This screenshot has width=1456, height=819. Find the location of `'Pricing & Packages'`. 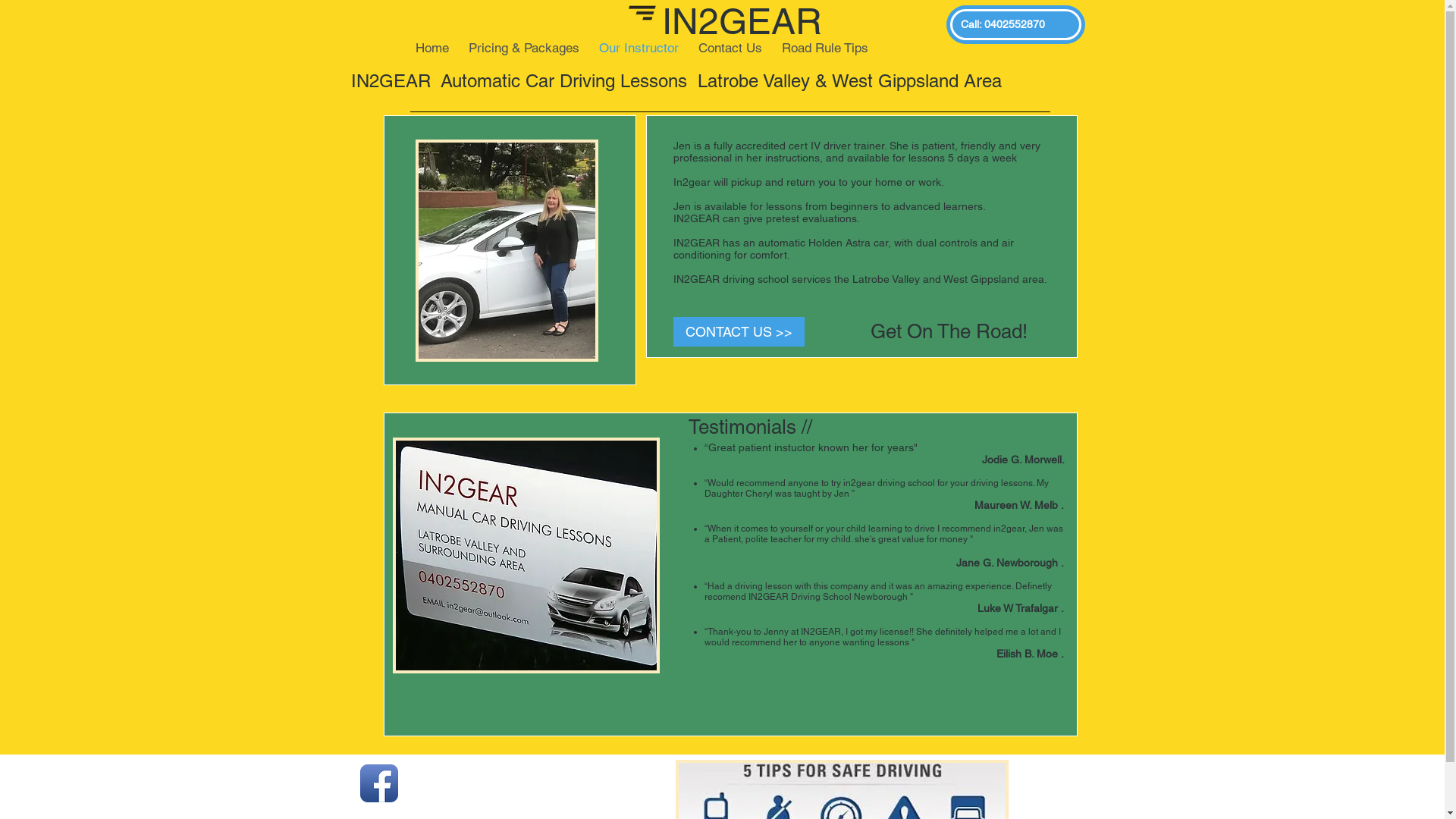

'Pricing & Packages' is located at coordinates (523, 45).